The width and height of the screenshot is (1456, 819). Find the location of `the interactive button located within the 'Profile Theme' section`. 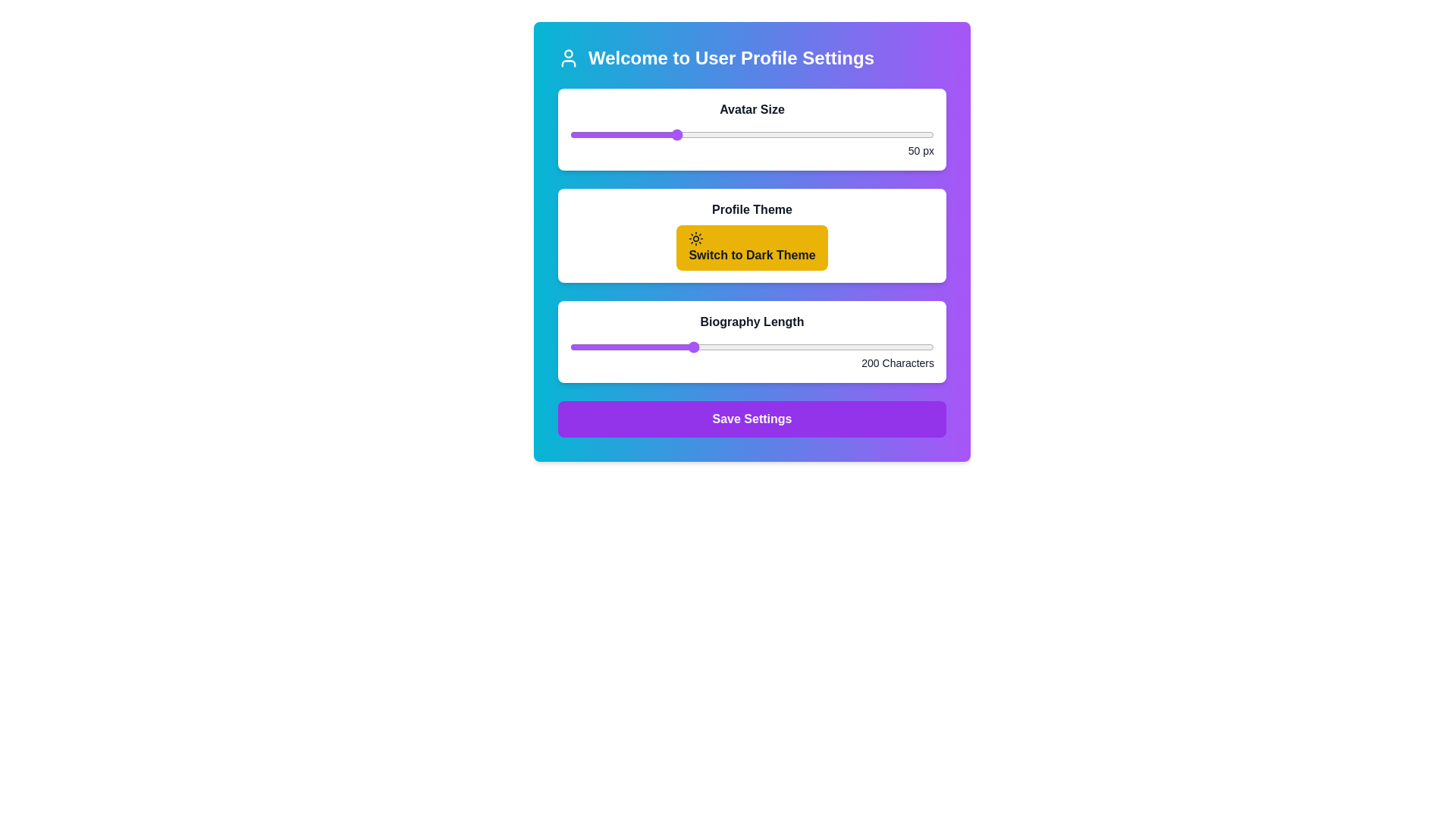

the interactive button located within the 'Profile Theme' section is located at coordinates (752, 247).